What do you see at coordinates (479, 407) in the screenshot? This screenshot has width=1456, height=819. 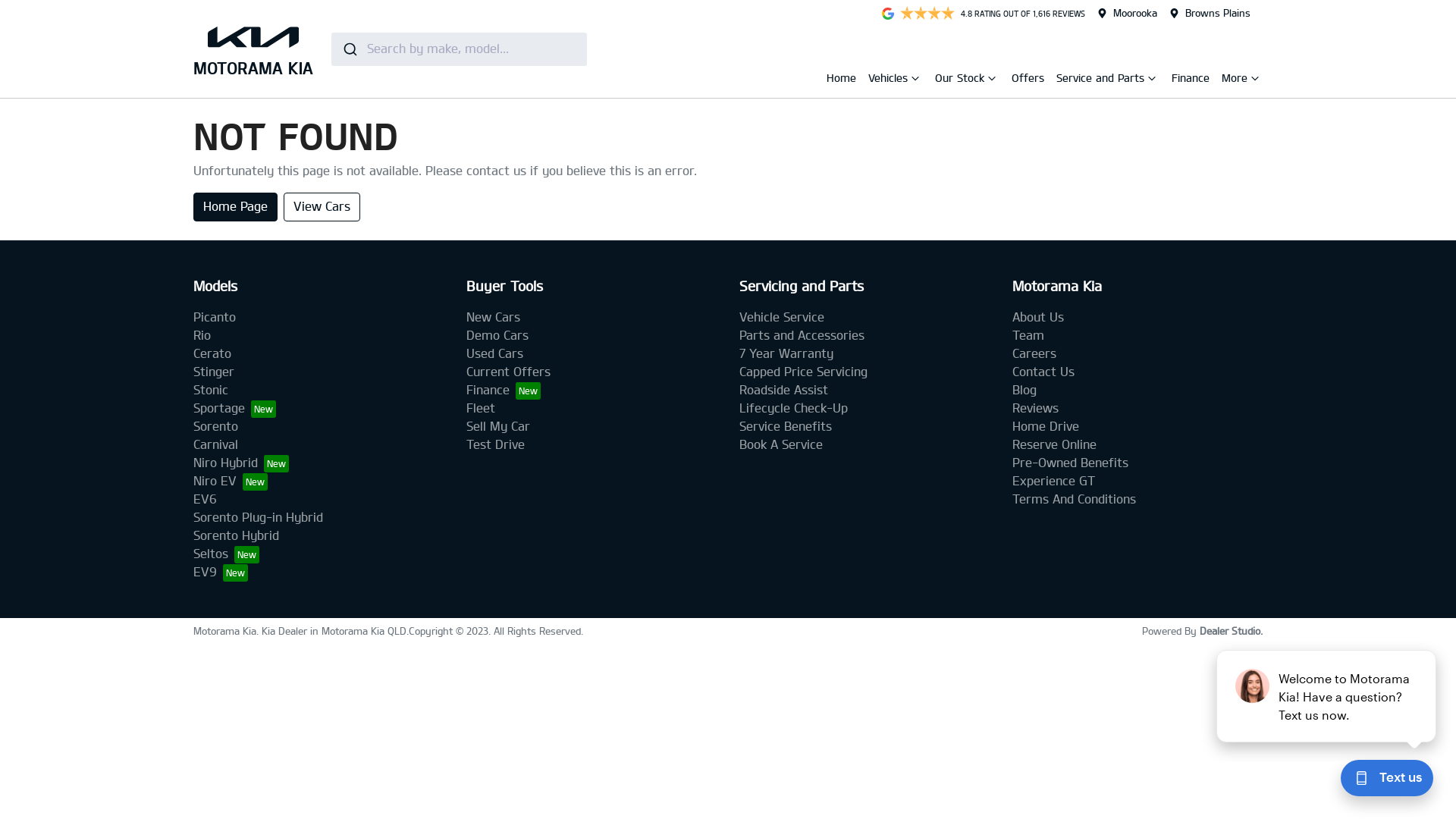 I see `'Fleet'` at bounding box center [479, 407].